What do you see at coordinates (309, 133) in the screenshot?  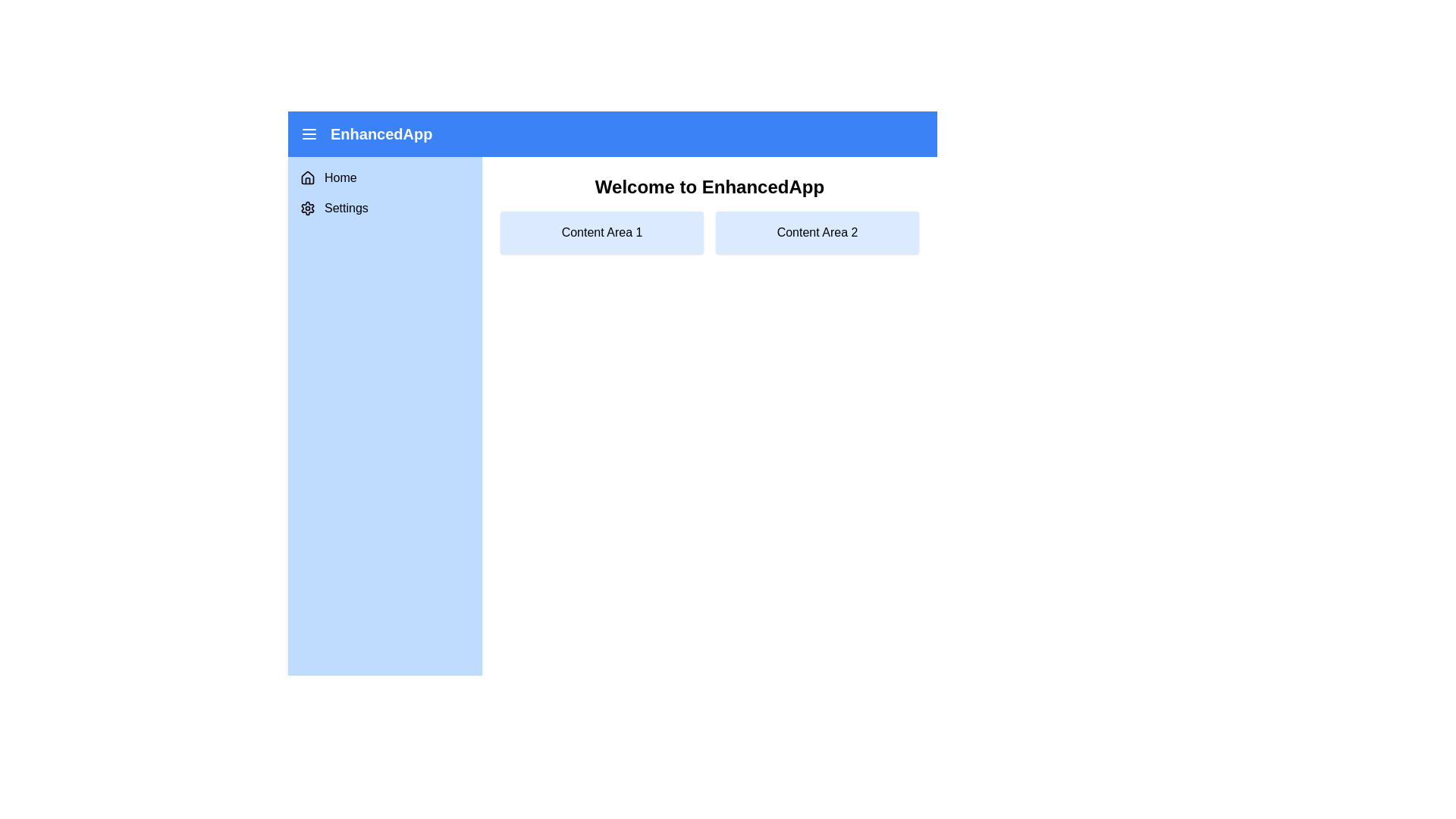 I see `the toggle button located to the far left of the header section next to the text 'EnhancedApp'` at bounding box center [309, 133].